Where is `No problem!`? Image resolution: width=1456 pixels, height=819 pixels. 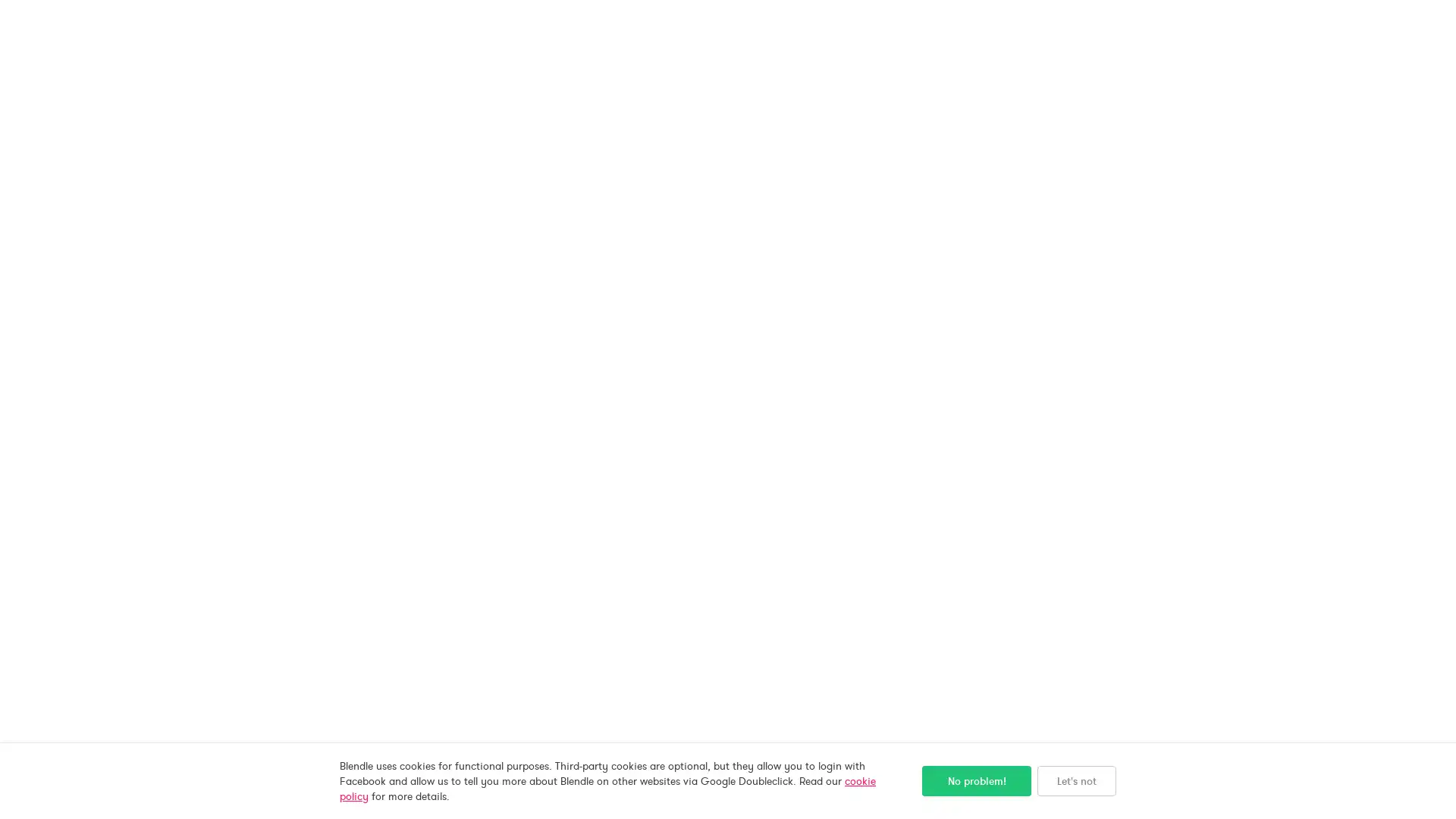 No problem! is located at coordinates (976, 780).